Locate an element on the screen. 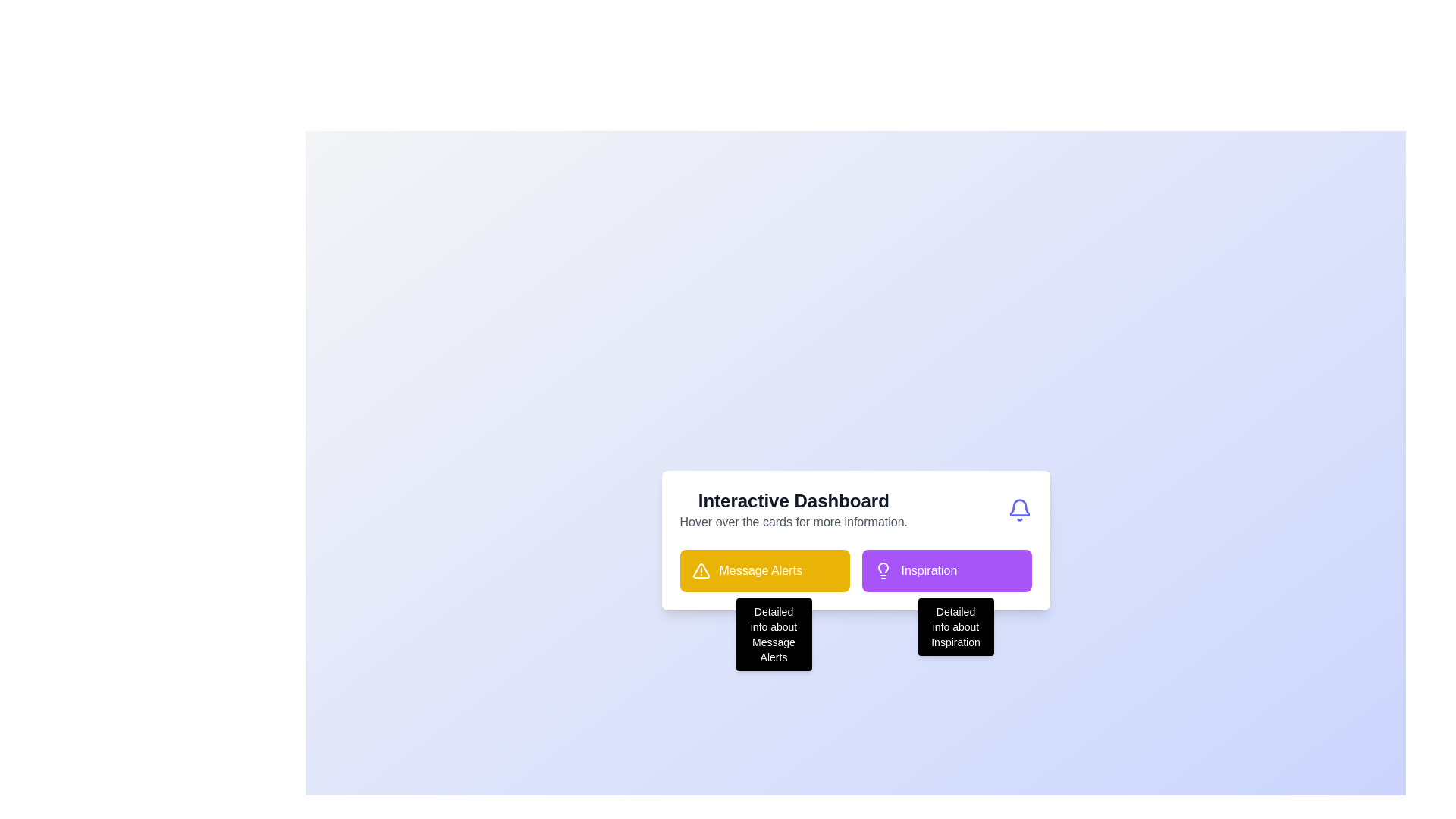 The image size is (1456, 819). informative text block labeled 'Interactive Dashboard' which displays a header and a subtext providing an overview for the dashboard section is located at coordinates (792, 510).